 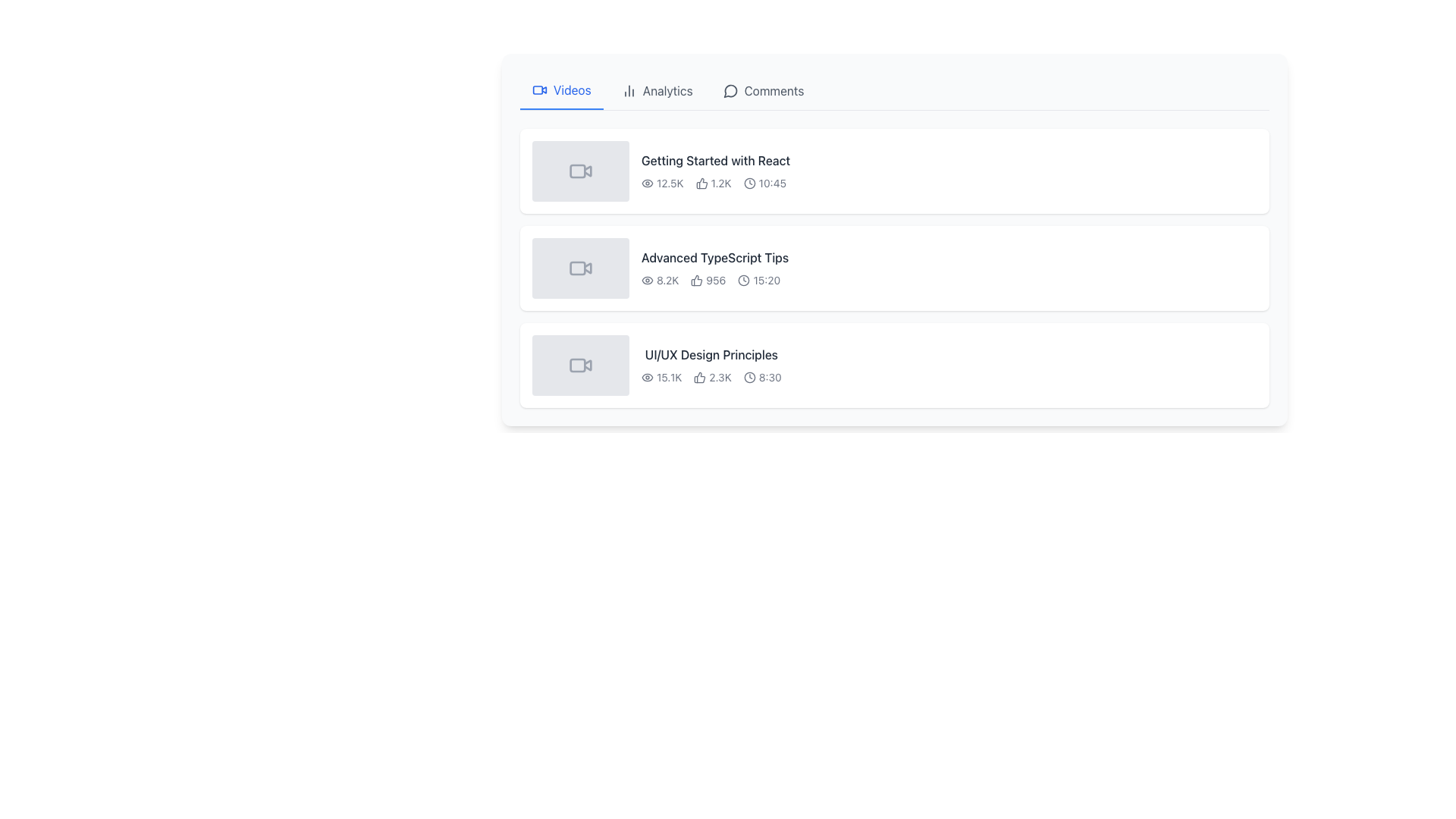 I want to click on the video icon styled with an SVG representing a rectangle with rounded corners and a right-pointing triangle, located in the second item of the vertical list for 'Advanced TypeScript Tips', so click(x=580, y=268).